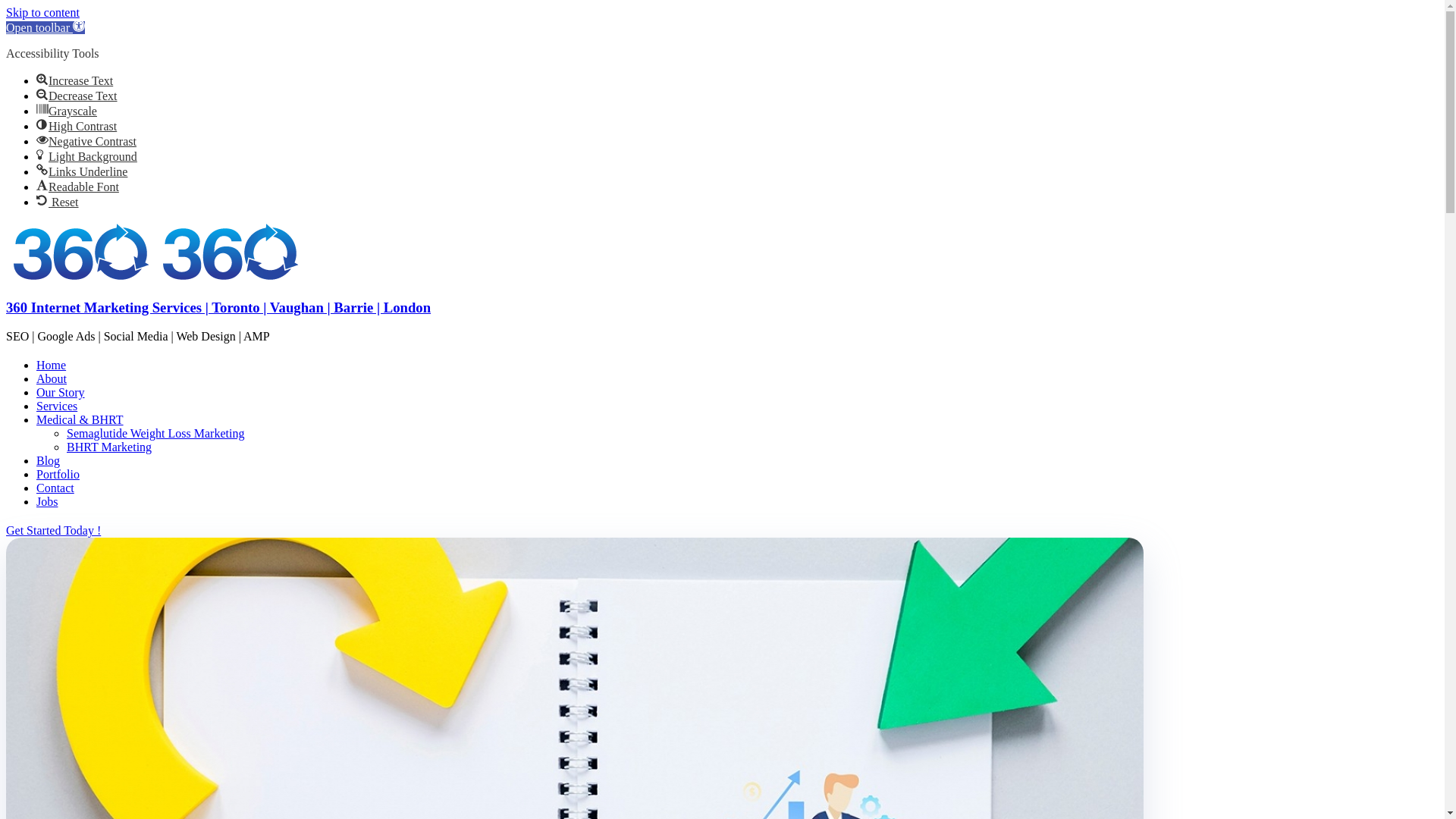  Describe the element at coordinates (48, 460) in the screenshot. I see `'Blog'` at that location.